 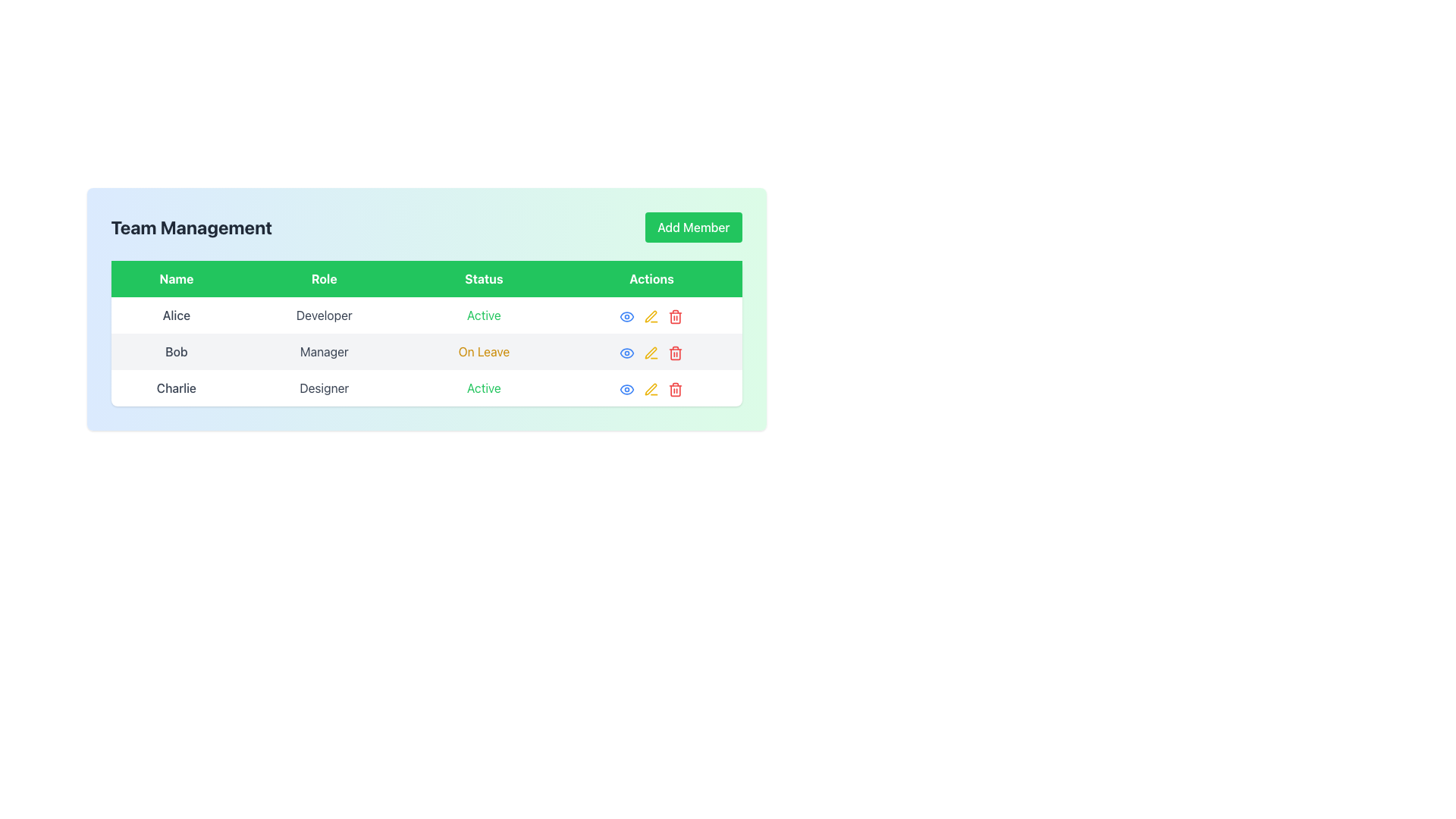 I want to click on the red trash icon button, which is the third button under the 'Actions' column in the second row for user 'Bob', so click(x=675, y=351).